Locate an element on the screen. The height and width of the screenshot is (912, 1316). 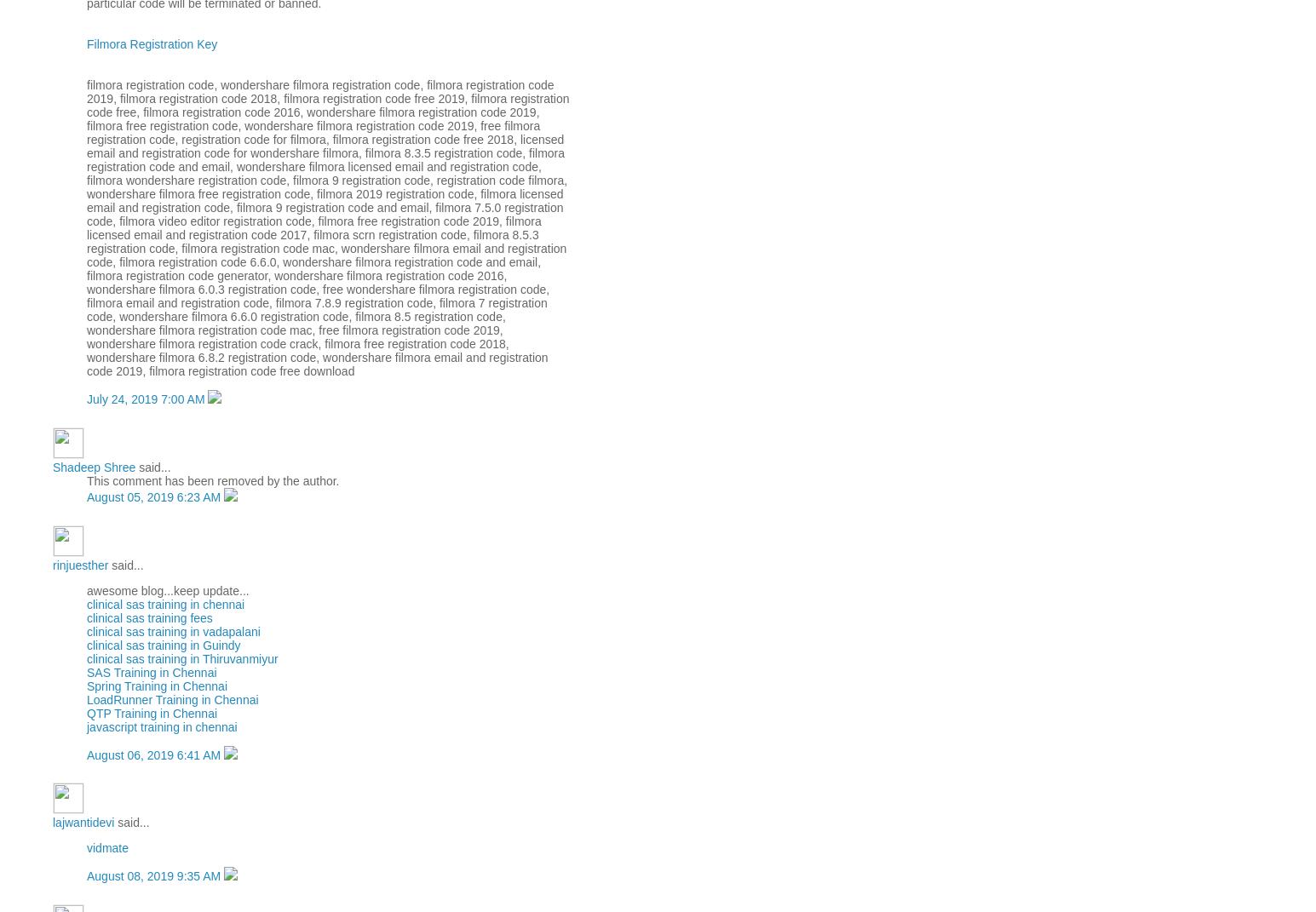
'awesome blog...keep update...' is located at coordinates (167, 590).